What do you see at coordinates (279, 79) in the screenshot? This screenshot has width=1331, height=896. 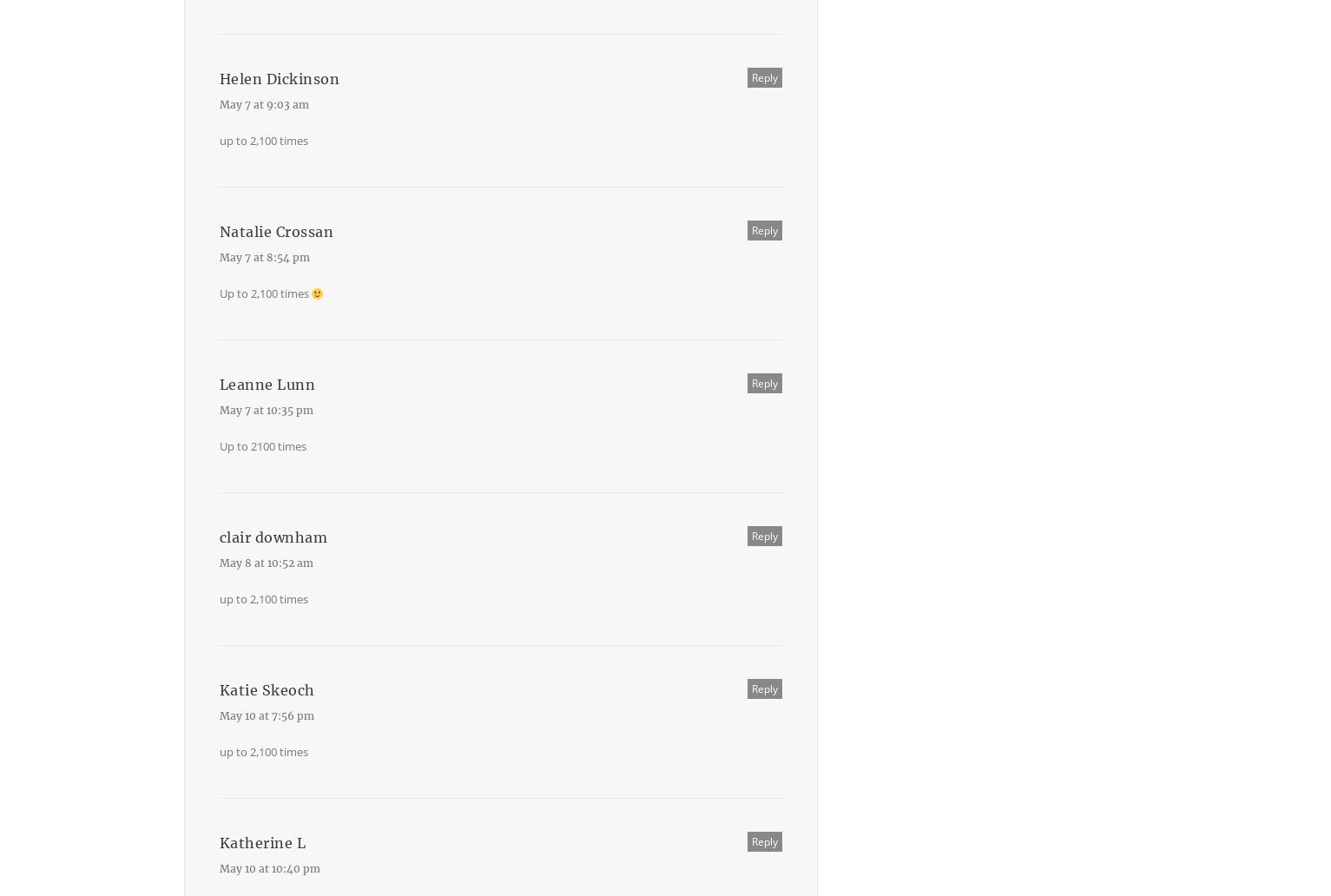 I see `'Helen Dickinson'` at bounding box center [279, 79].